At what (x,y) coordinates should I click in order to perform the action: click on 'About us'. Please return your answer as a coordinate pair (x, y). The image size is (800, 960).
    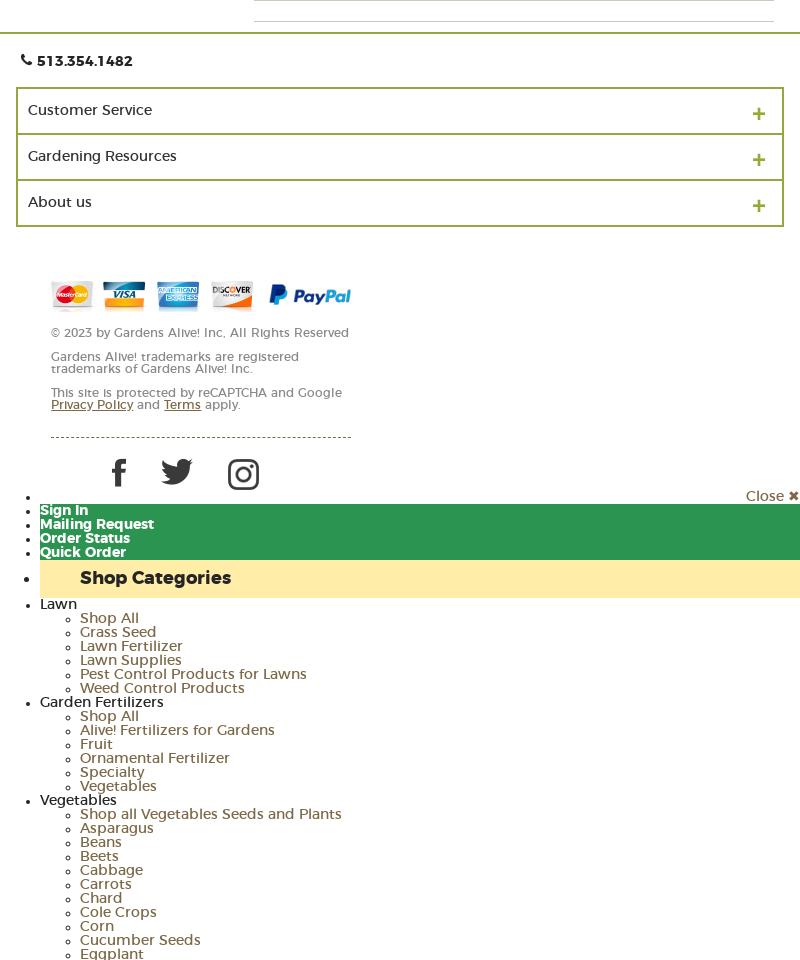
    Looking at the image, I should click on (28, 201).